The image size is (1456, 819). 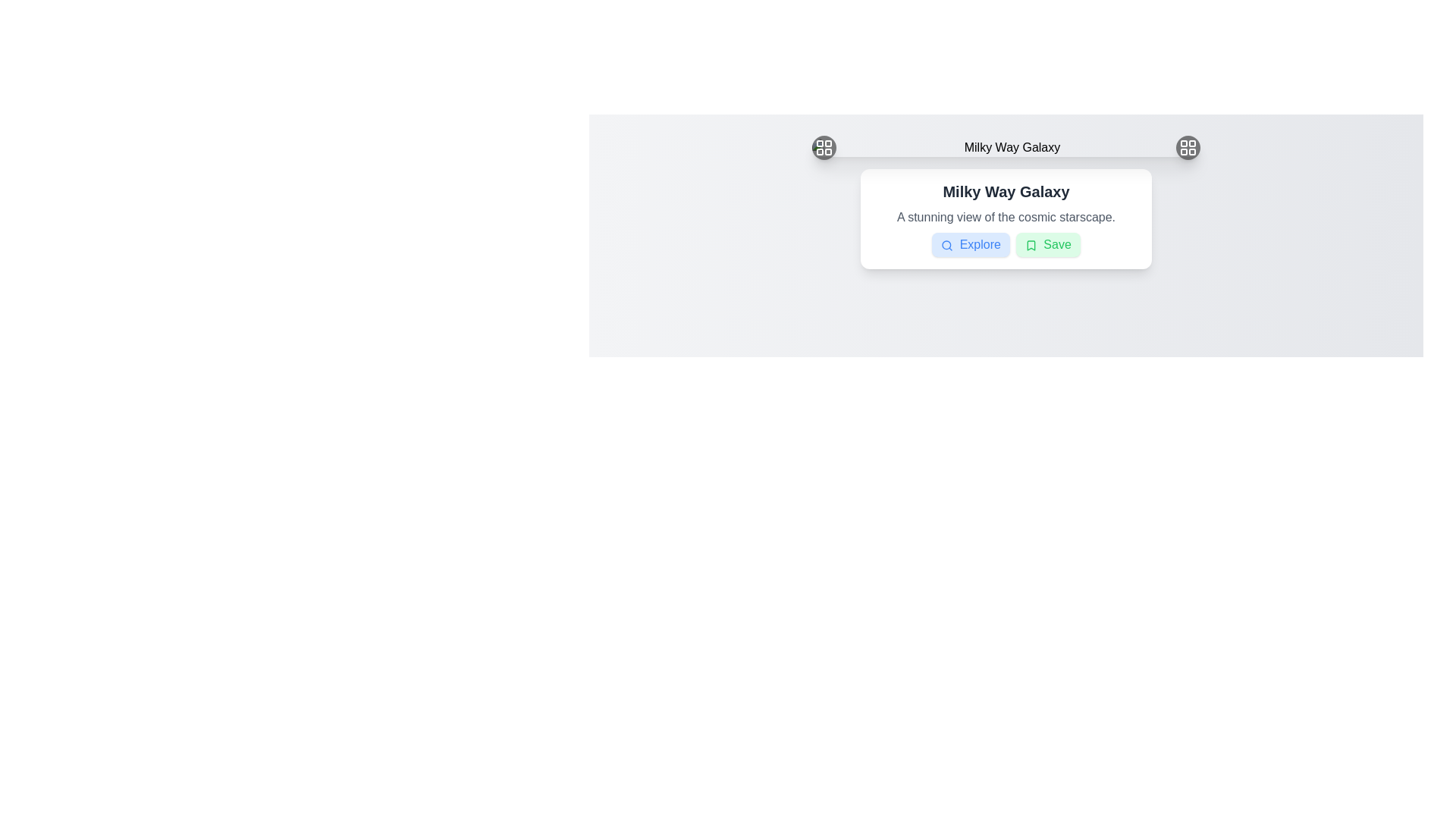 I want to click on the heading-style text element that serves as the title for the card, which is prominently displayed at the top and centered within the card, so click(x=1006, y=191).